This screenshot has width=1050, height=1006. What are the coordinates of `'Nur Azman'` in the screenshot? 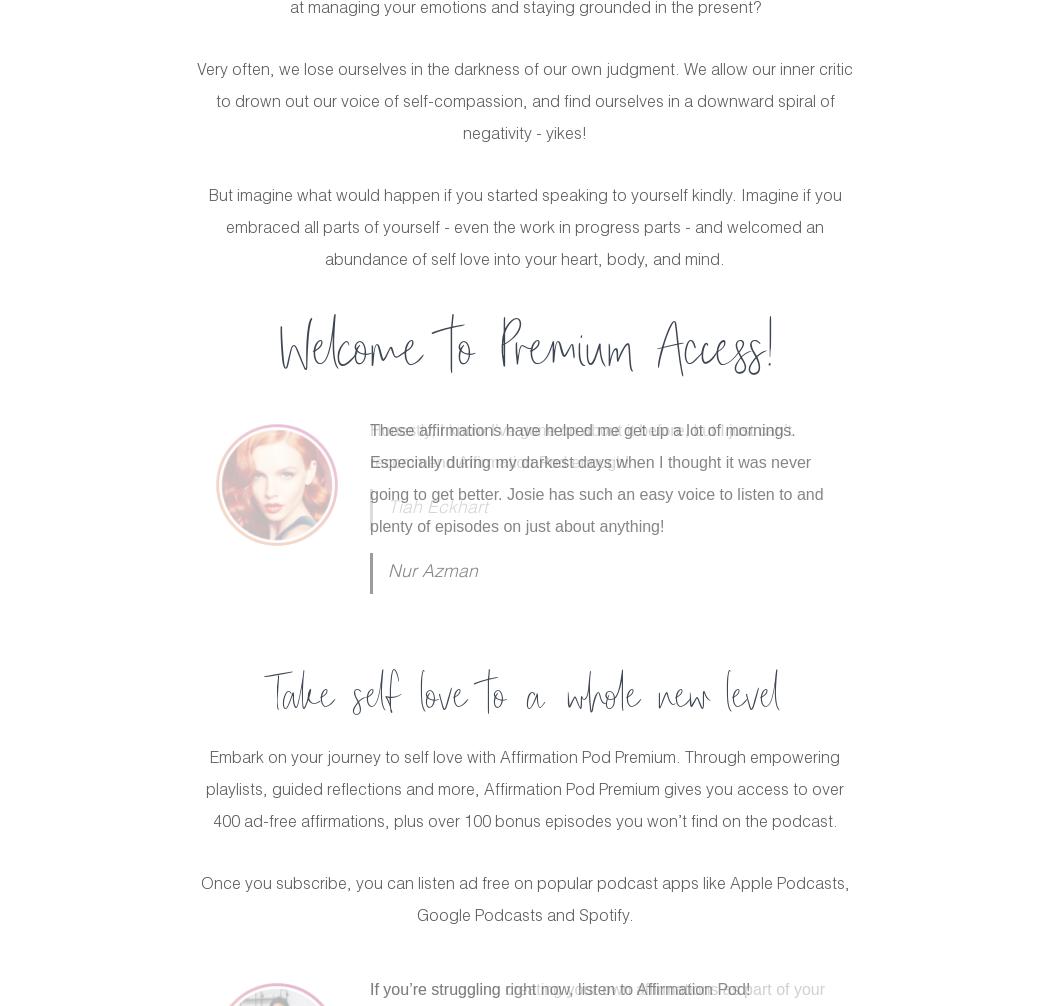 It's located at (432, 573).